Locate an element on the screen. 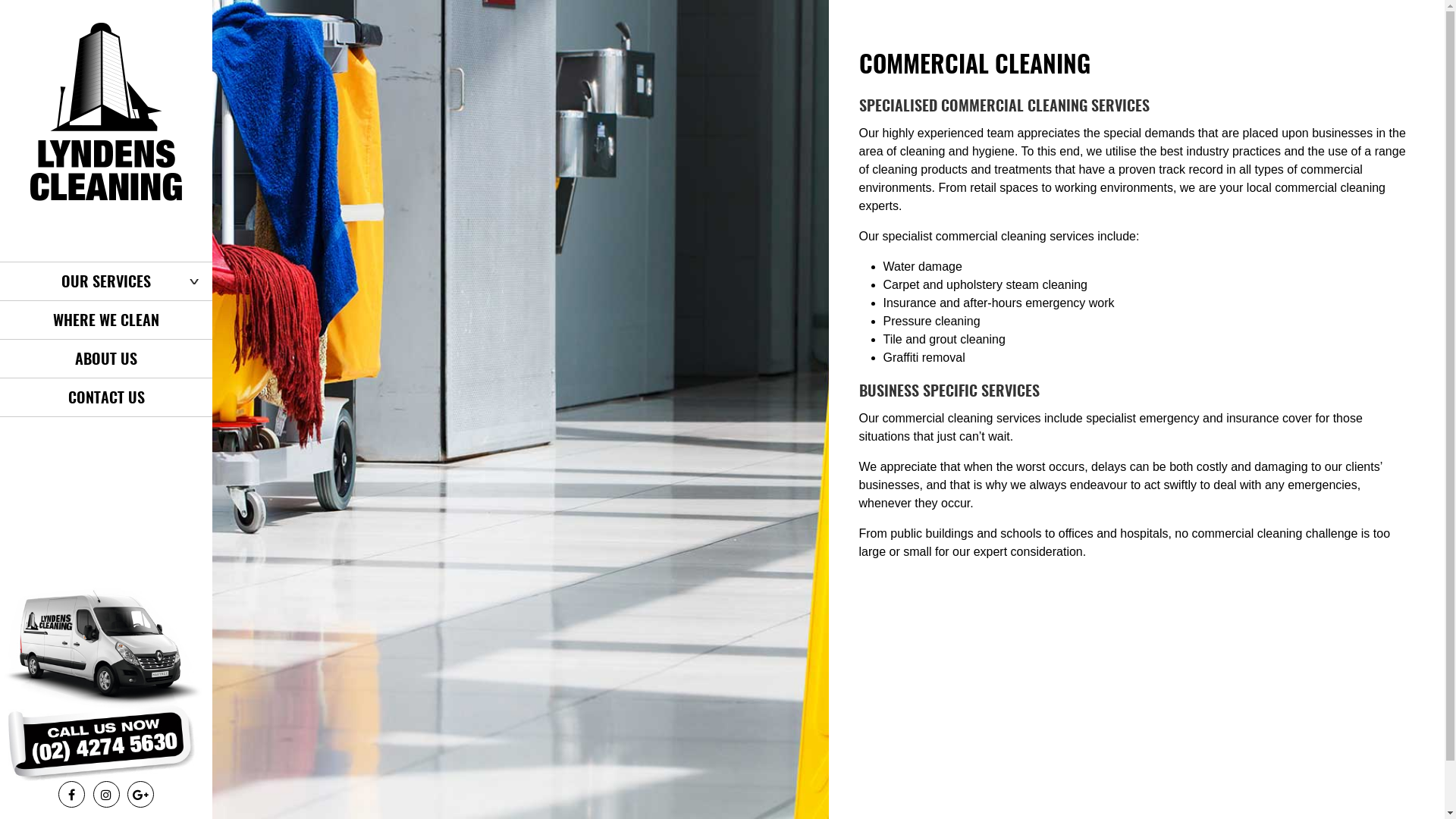 Image resolution: width=1456 pixels, height=819 pixels. 'CONTACT US' is located at coordinates (105, 397).